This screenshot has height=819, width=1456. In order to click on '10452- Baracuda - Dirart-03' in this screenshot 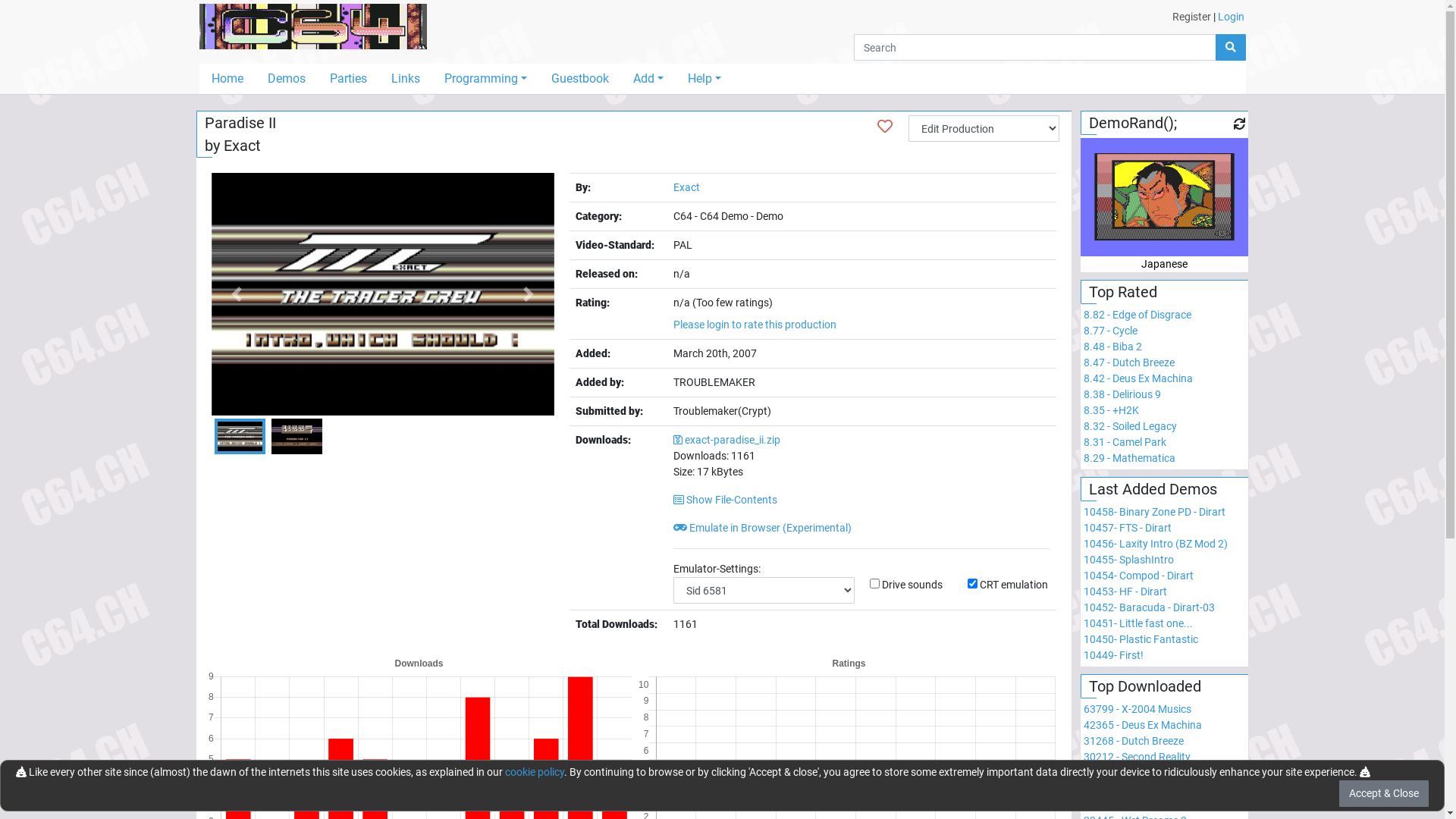, I will do `click(1149, 607)`.